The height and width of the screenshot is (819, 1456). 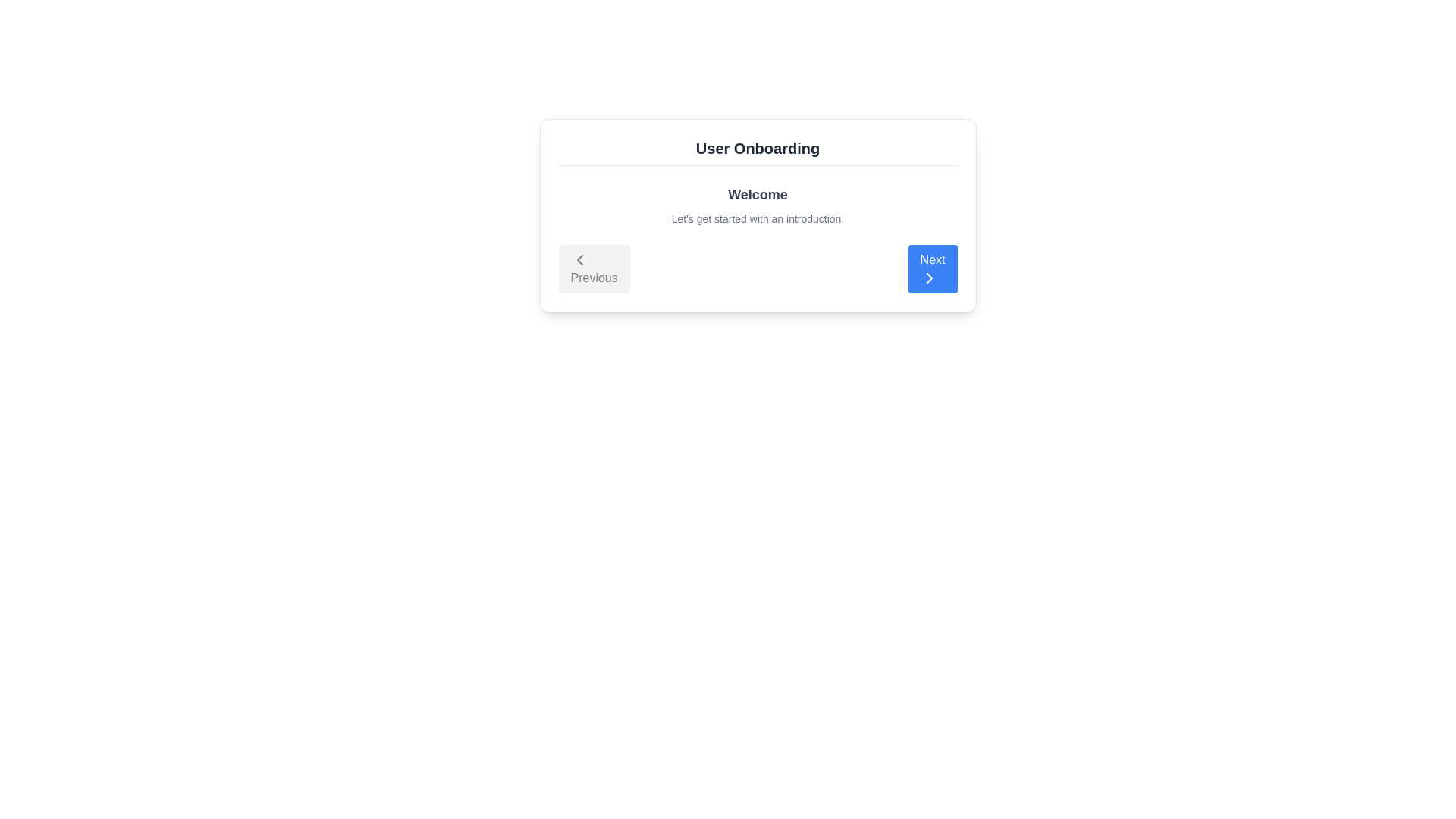 What do you see at coordinates (593, 268) in the screenshot?
I see `the 'Previous' button, which is a light gray rectangular button with rounded corners containing the text 'Previous' and a left-pointing chevron icon` at bounding box center [593, 268].